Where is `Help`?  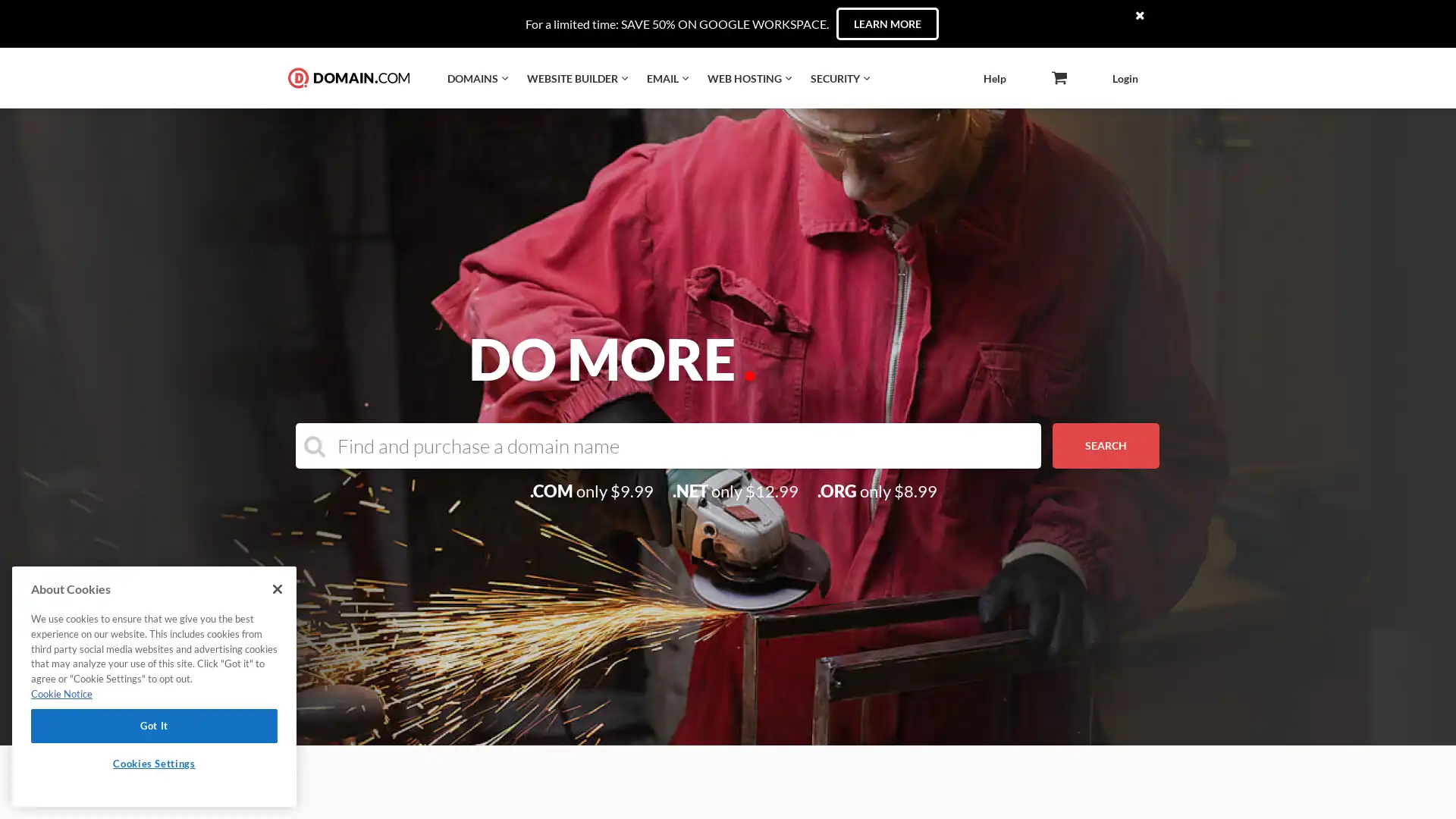
Help is located at coordinates (994, 78).